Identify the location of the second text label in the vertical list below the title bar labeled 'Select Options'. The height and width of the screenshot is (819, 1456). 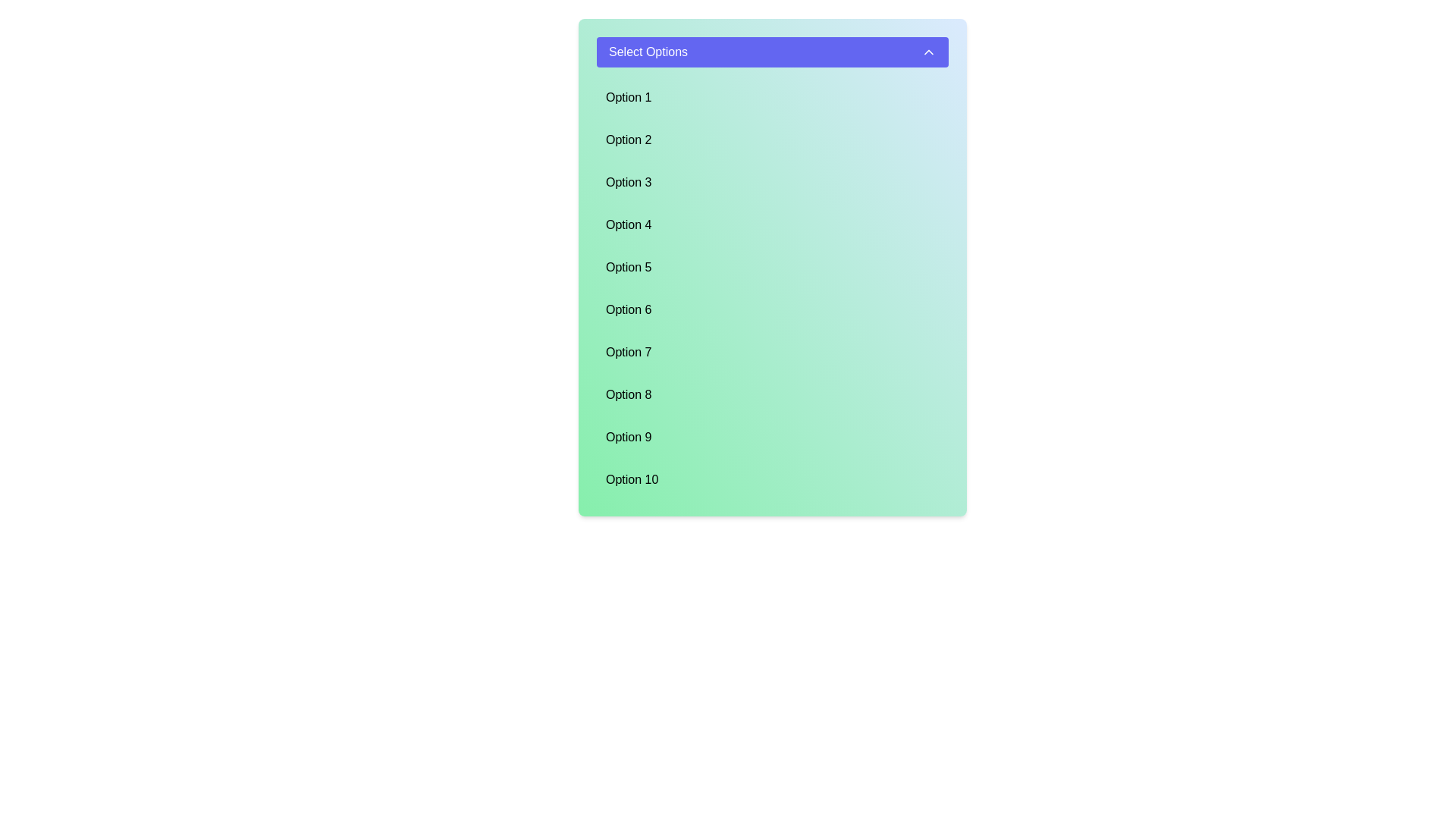
(629, 140).